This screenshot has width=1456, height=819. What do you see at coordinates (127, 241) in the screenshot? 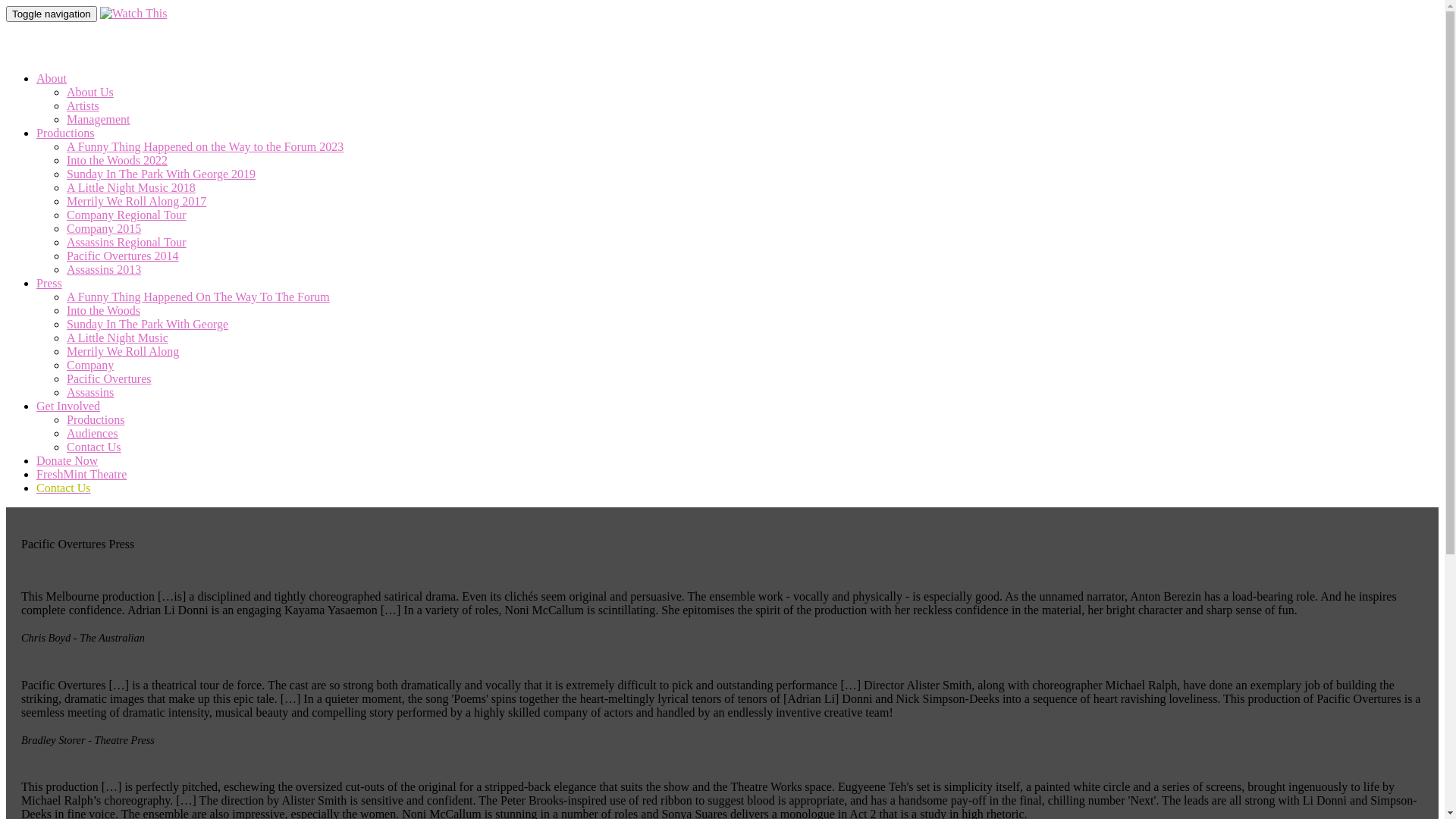
I see `'Assassins Regional Tour'` at bounding box center [127, 241].